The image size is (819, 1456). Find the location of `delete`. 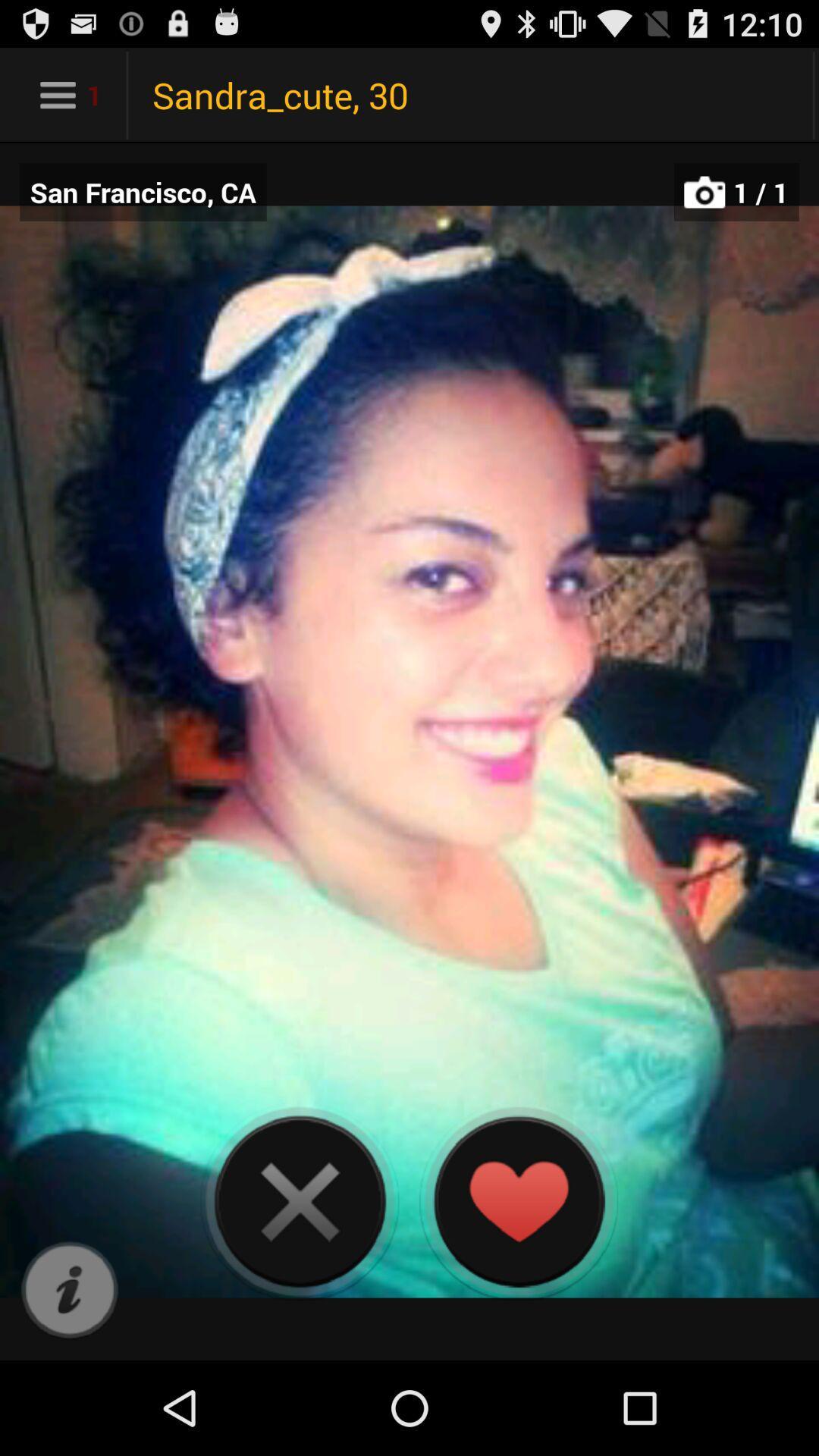

delete is located at coordinates (300, 1200).